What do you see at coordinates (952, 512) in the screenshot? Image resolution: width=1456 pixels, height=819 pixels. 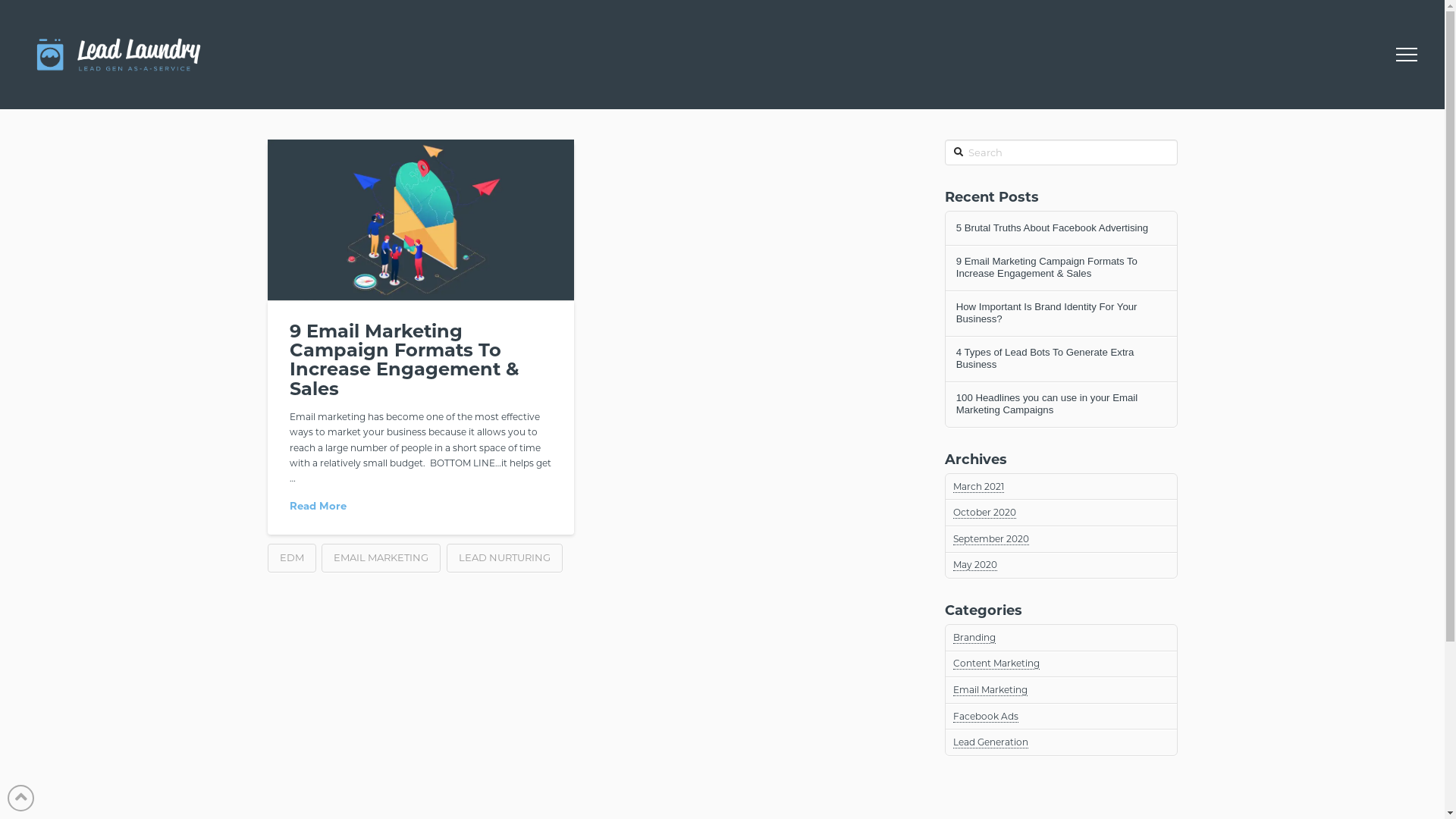 I see `'October 2020'` at bounding box center [952, 512].